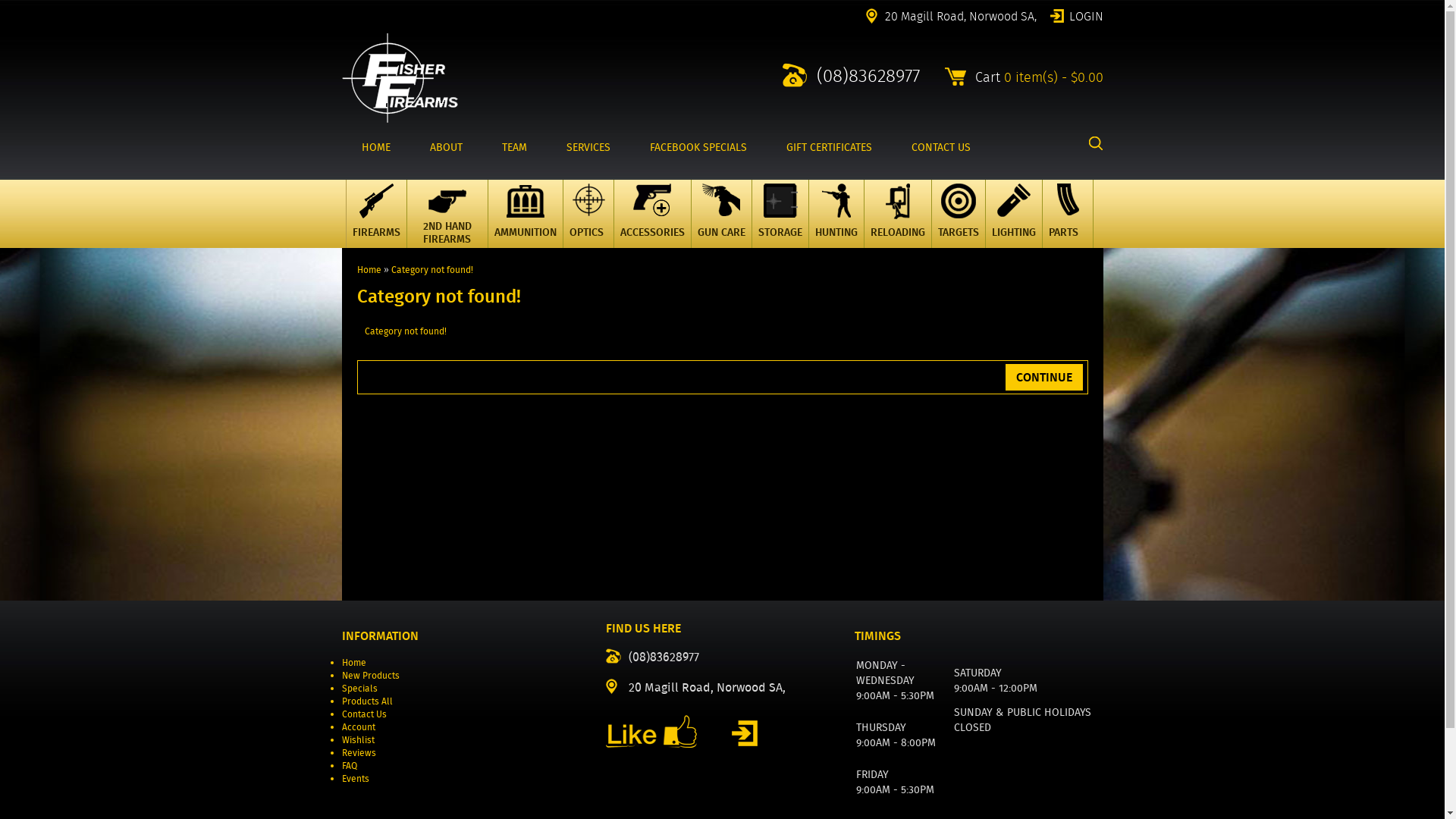  Describe the element at coordinates (586, 223) in the screenshot. I see `'Optics'` at that location.